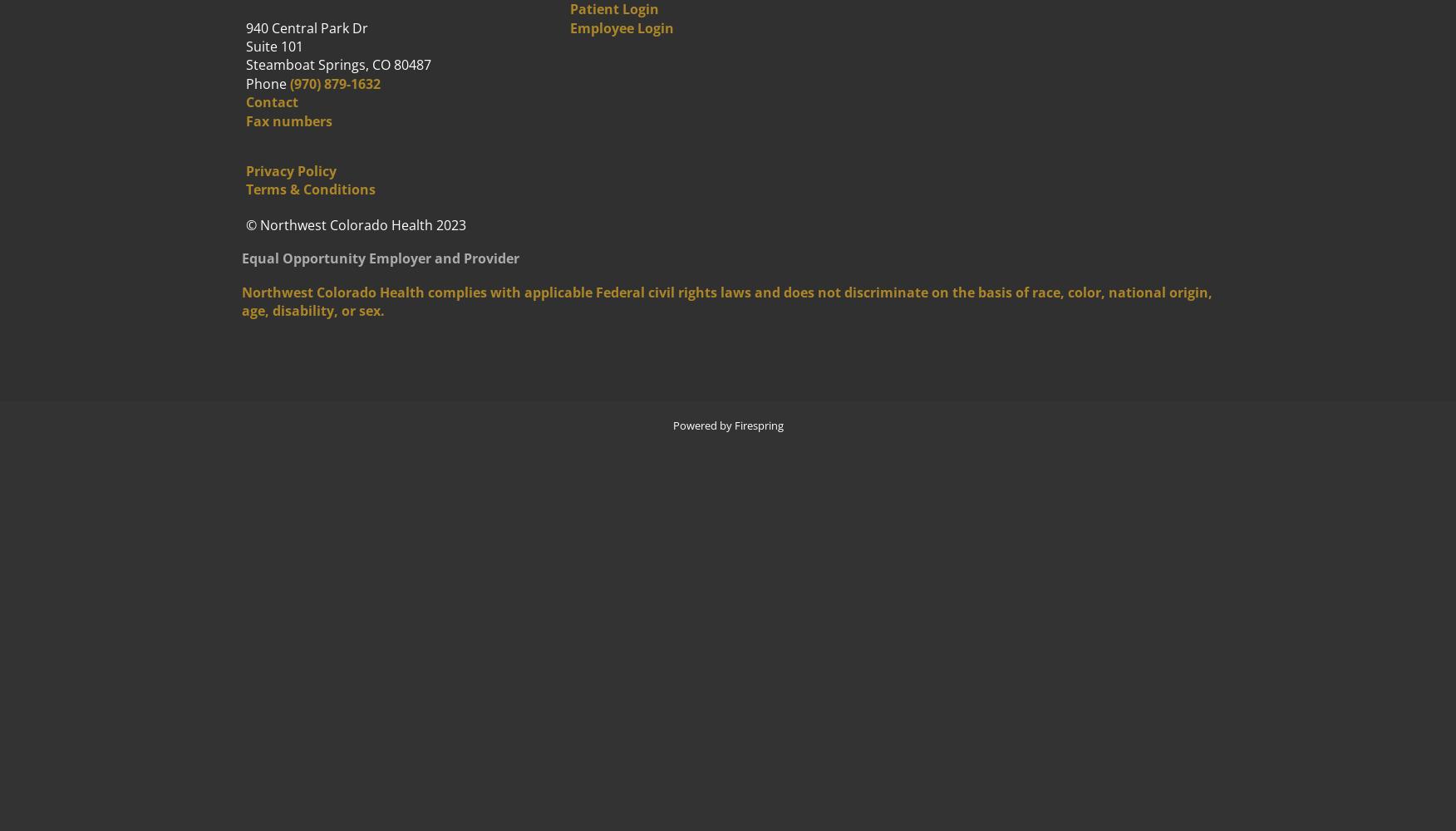 This screenshot has width=1456, height=831. I want to click on 'Phone', so click(266, 82).